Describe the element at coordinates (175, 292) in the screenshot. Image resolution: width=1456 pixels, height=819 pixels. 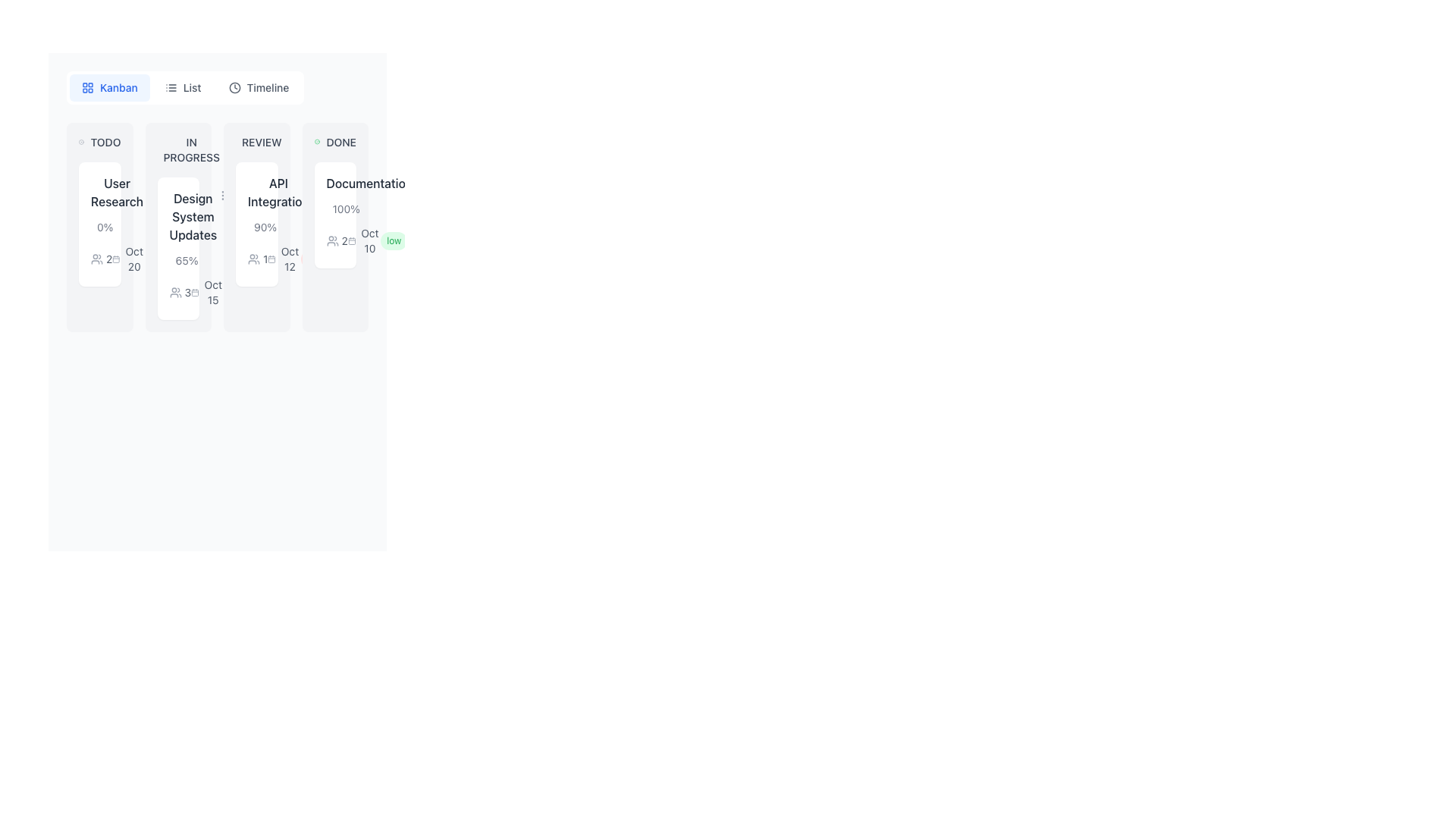
I see `the user figures icon located in the 'IN PROGRESS' section under the 'Design System Updates' card, which is on the left side of the numeric label '3'` at that location.